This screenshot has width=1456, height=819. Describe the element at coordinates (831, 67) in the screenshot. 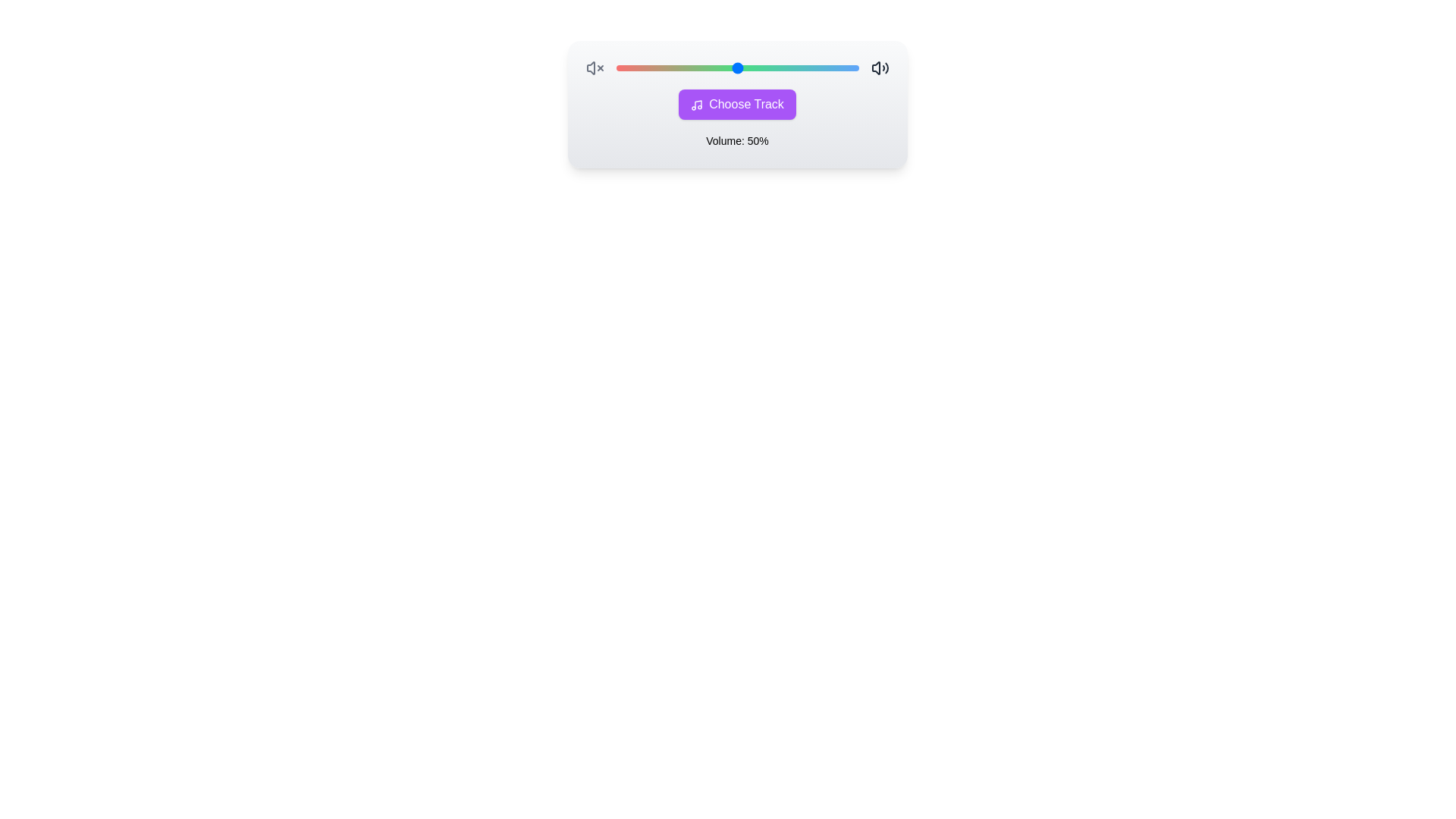

I see `the volume to 89% using the slider` at that location.